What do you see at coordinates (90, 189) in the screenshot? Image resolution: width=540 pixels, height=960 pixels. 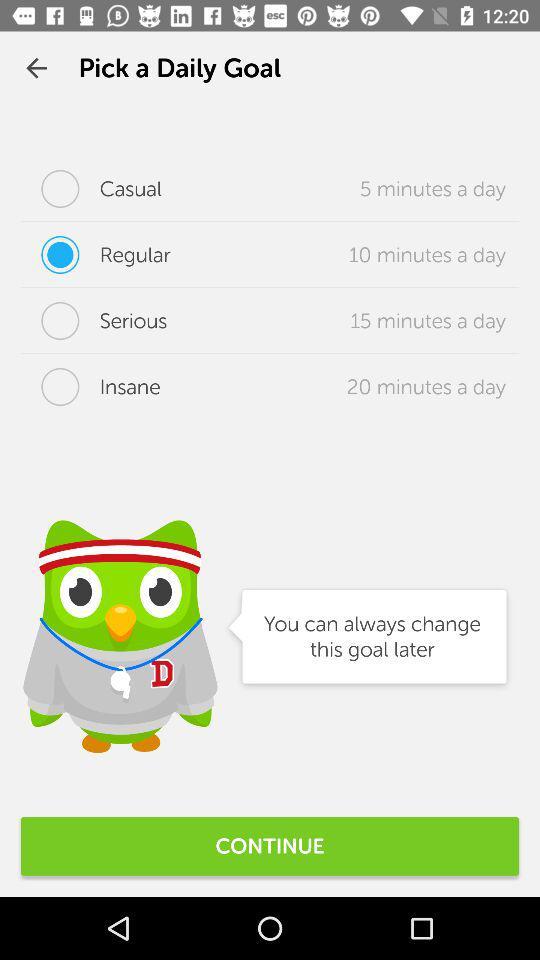 I see `casual` at bounding box center [90, 189].